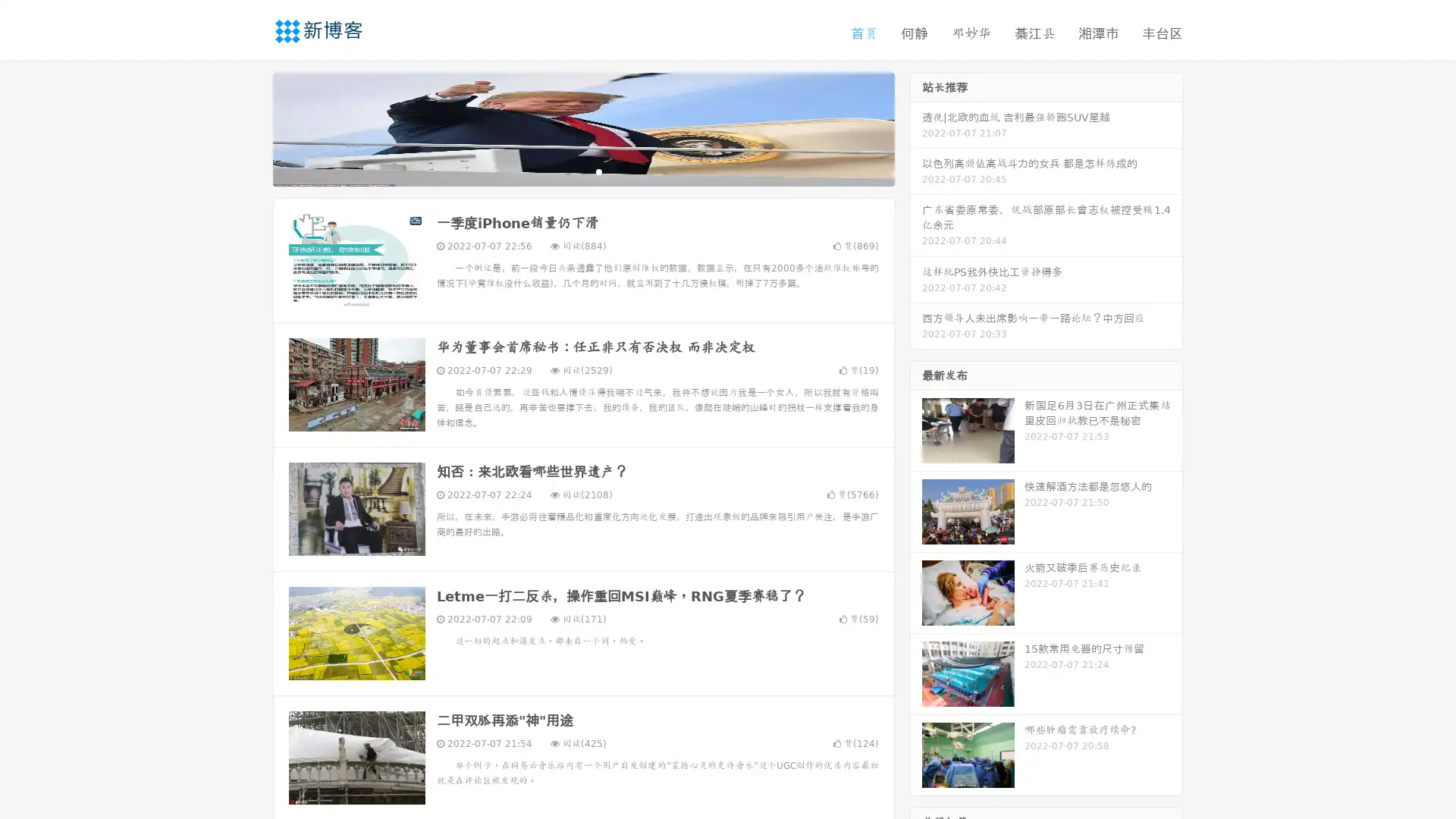 Image resolution: width=1456 pixels, height=819 pixels. I want to click on Go to slide 3, so click(598, 171).